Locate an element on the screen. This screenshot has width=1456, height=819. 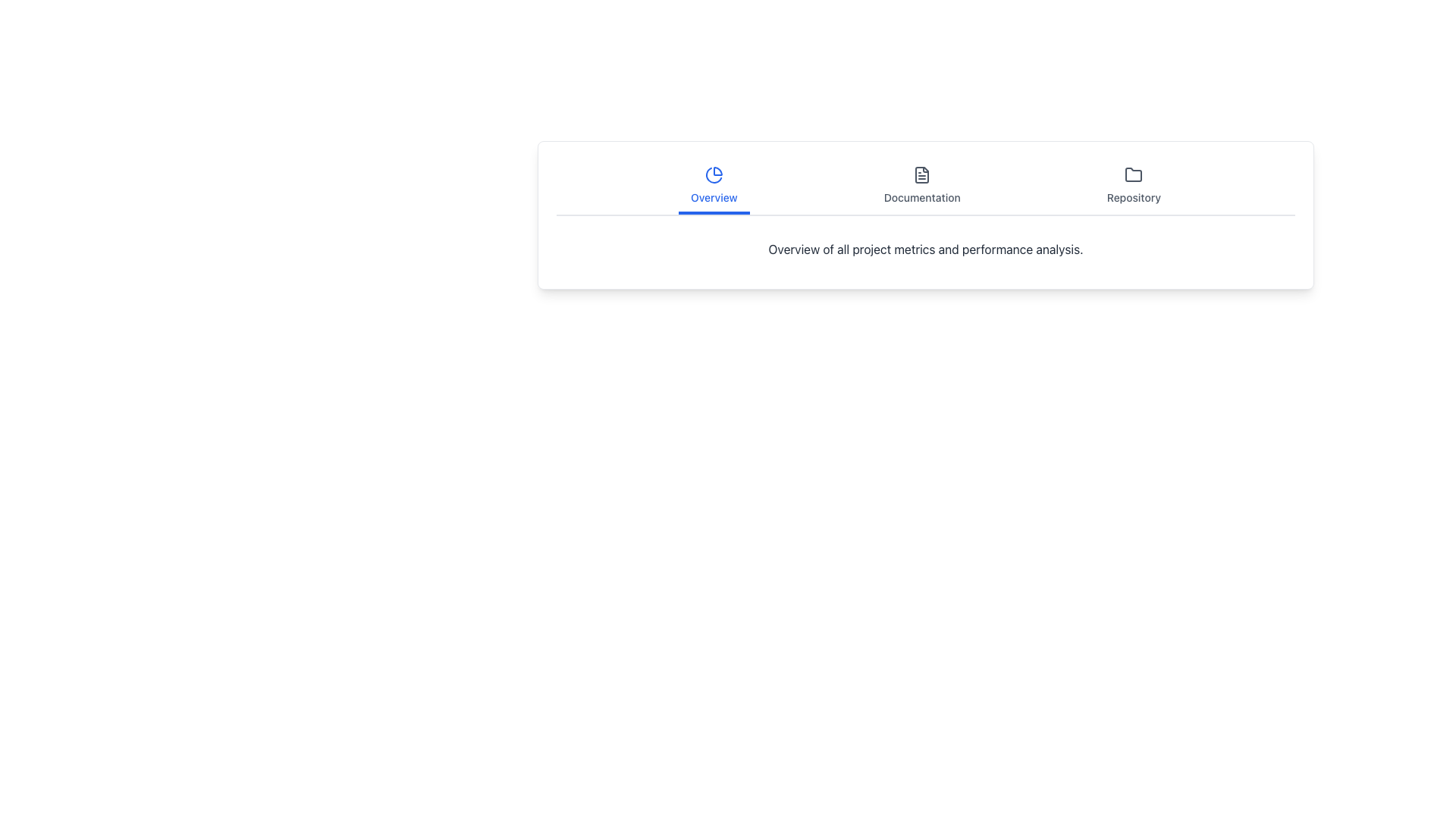
the 'Overview' text label, which is styled in medium blue font and located centrally below a pie chart icon within the active tab navigation layout is located at coordinates (713, 197).